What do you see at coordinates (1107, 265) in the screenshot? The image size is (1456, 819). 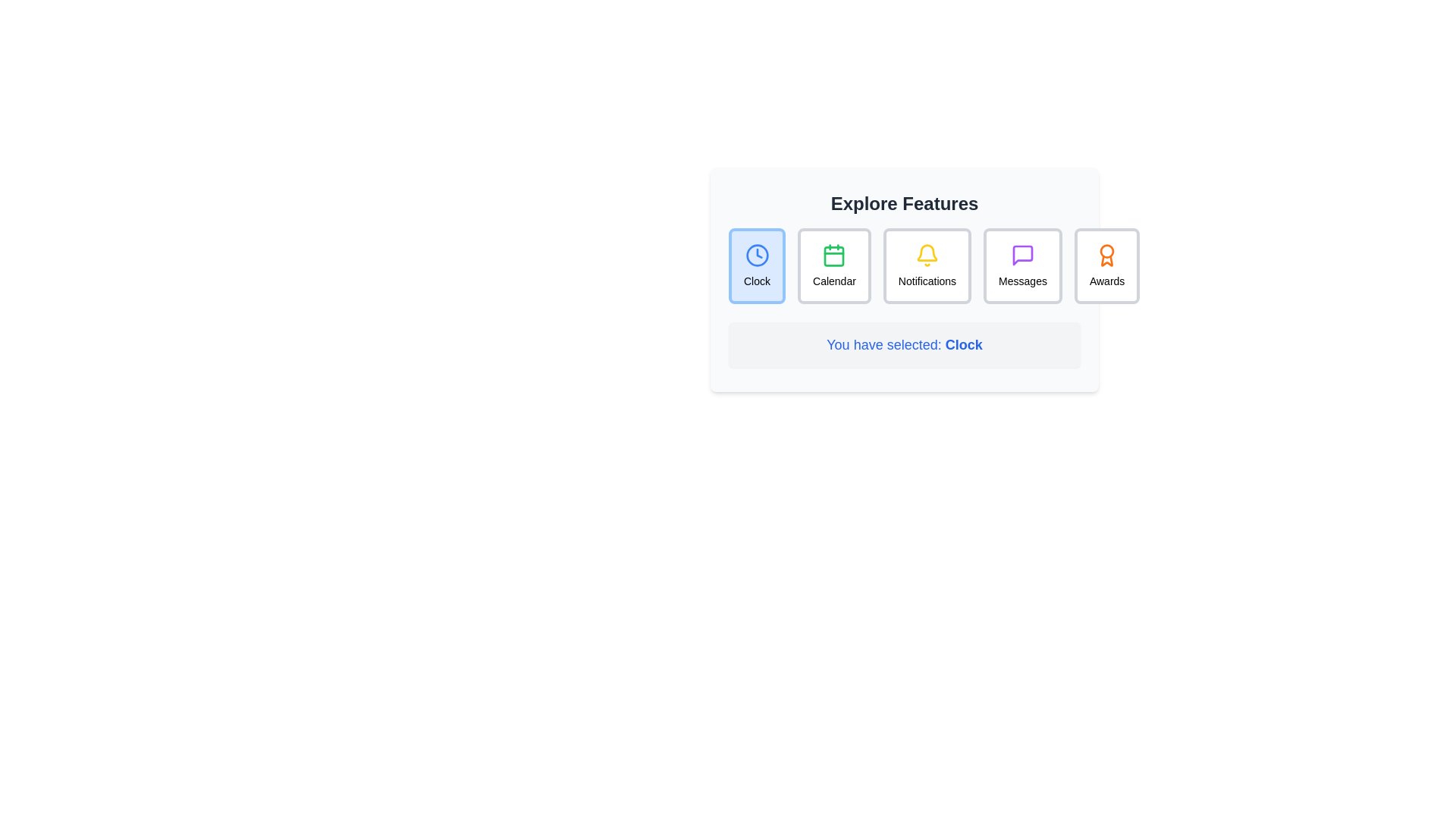 I see `the 'Awards' button, which is the fifth button in the 'Explore Features' toolbar` at bounding box center [1107, 265].